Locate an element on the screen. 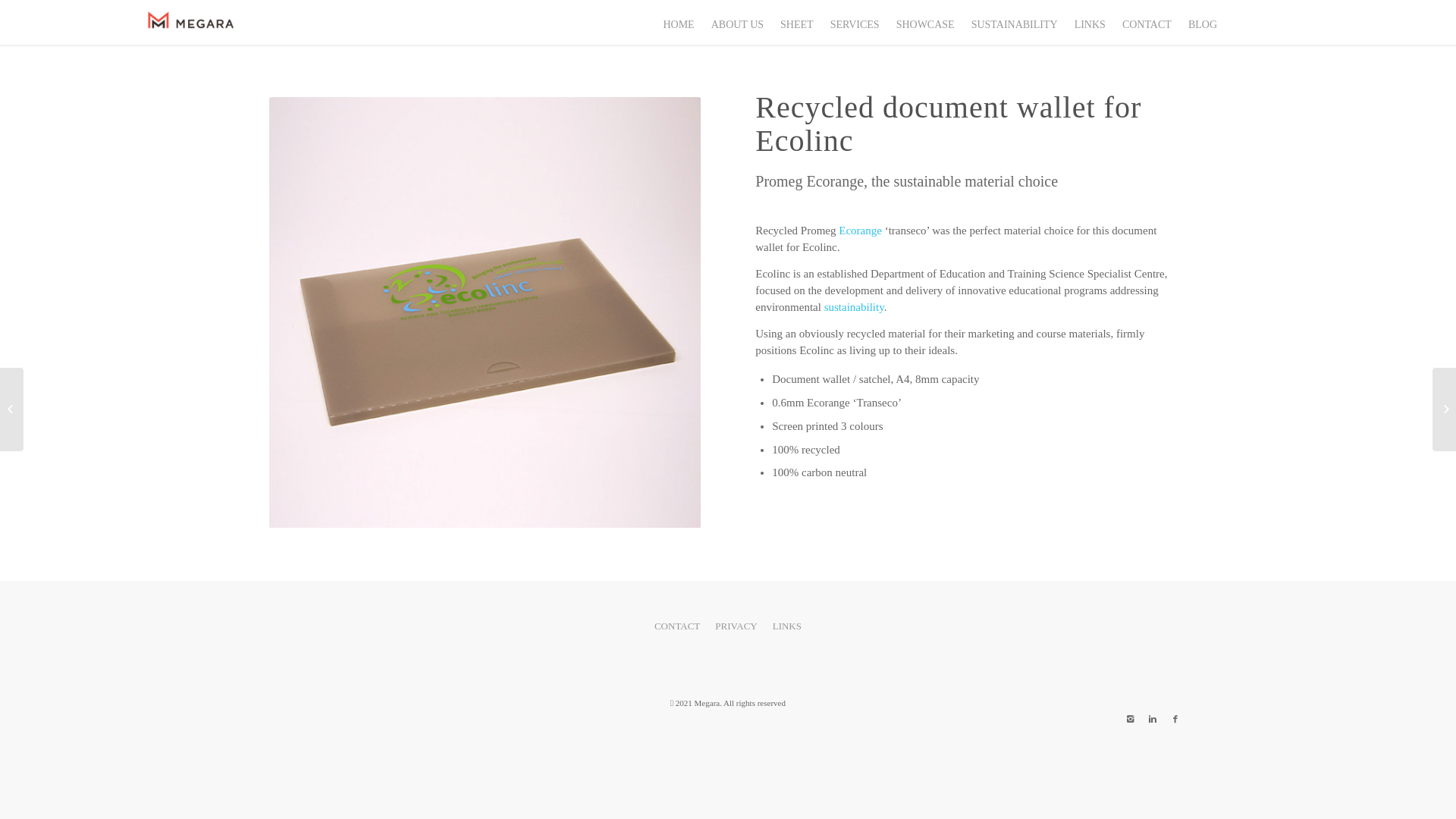  'ABOUT US' is located at coordinates (701, 22).